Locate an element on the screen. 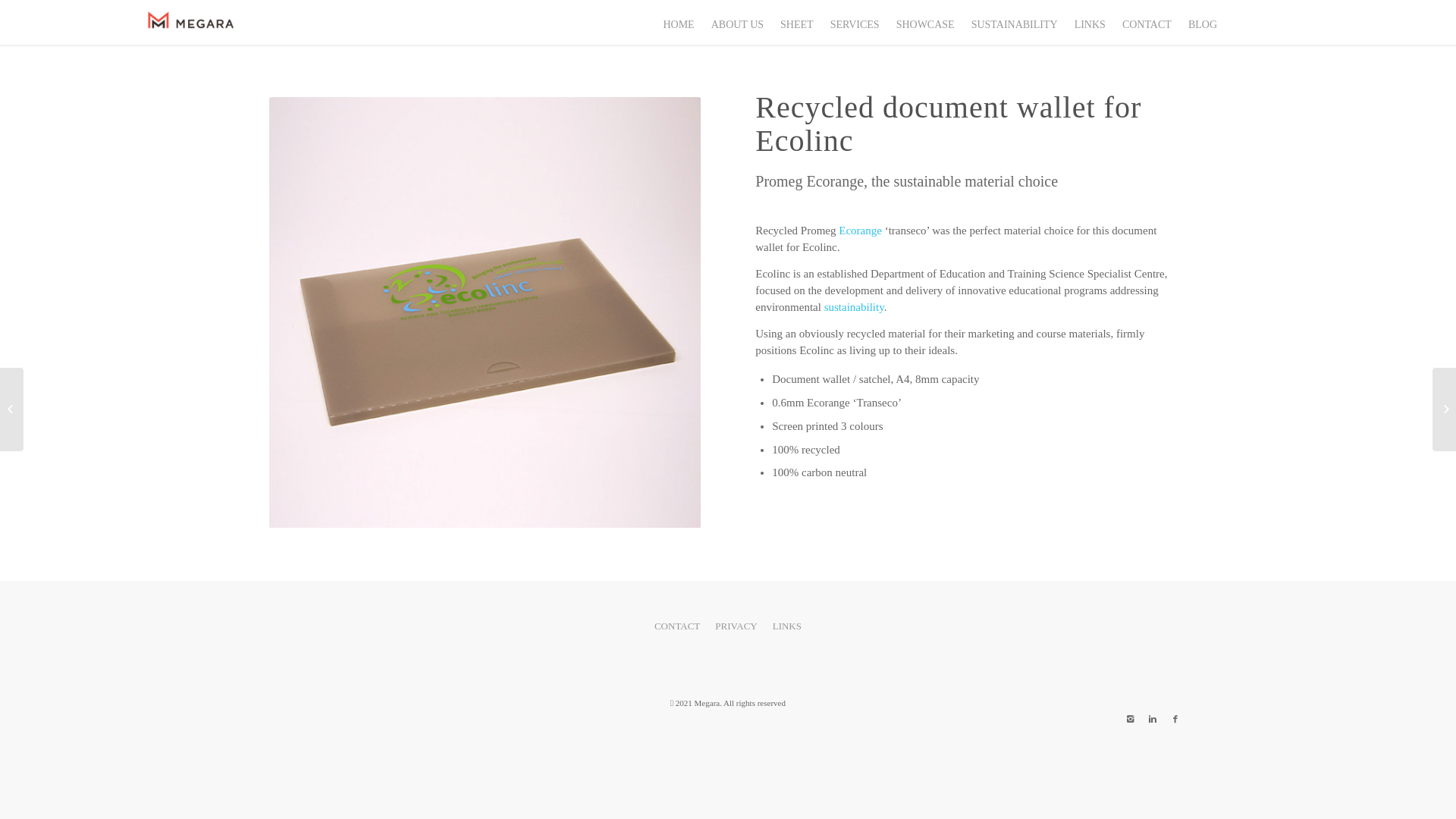  'ABOUT US' is located at coordinates (701, 22).